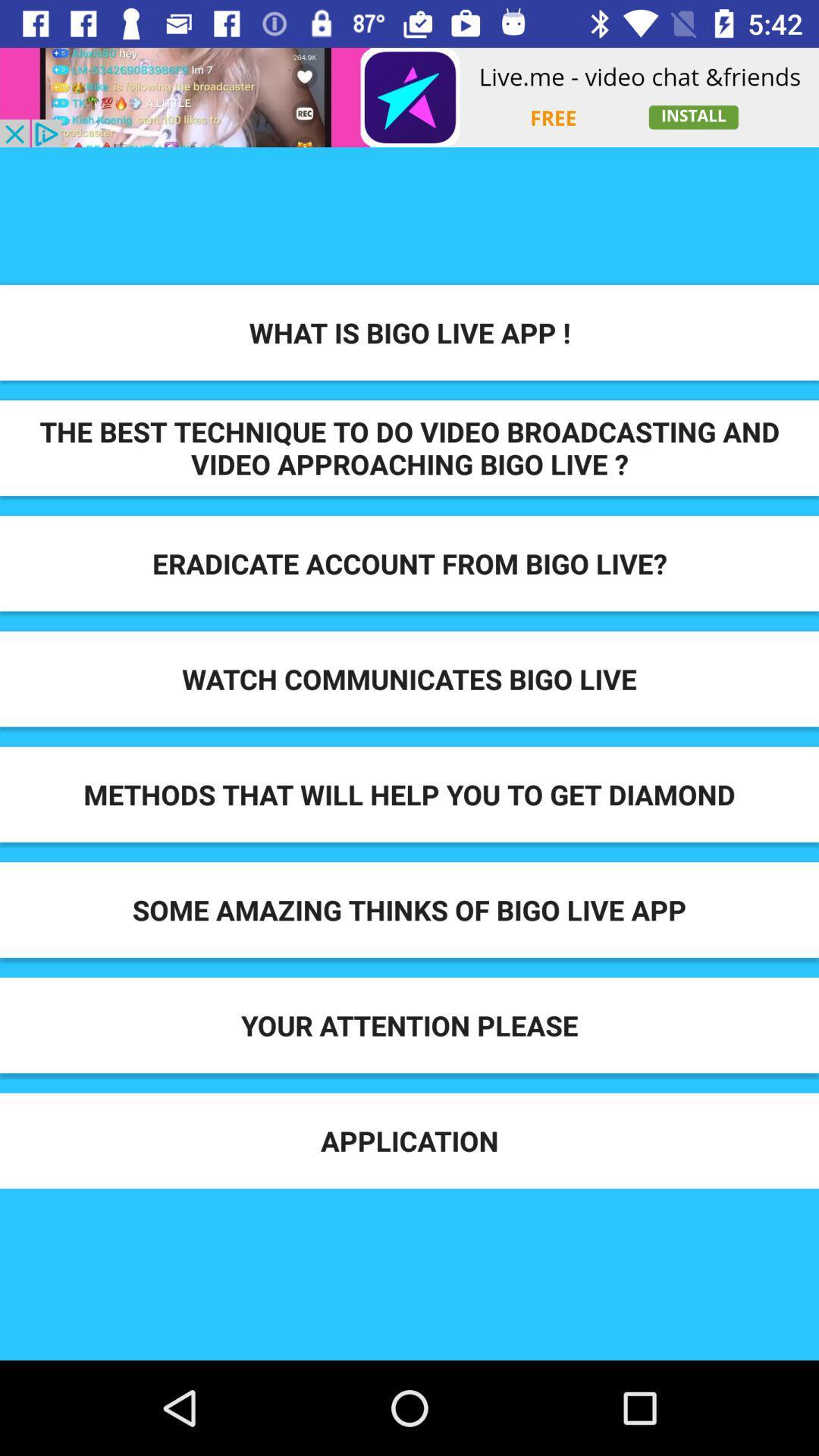 The width and height of the screenshot is (819, 1456). I want to click on display advertisement, so click(409, 96).